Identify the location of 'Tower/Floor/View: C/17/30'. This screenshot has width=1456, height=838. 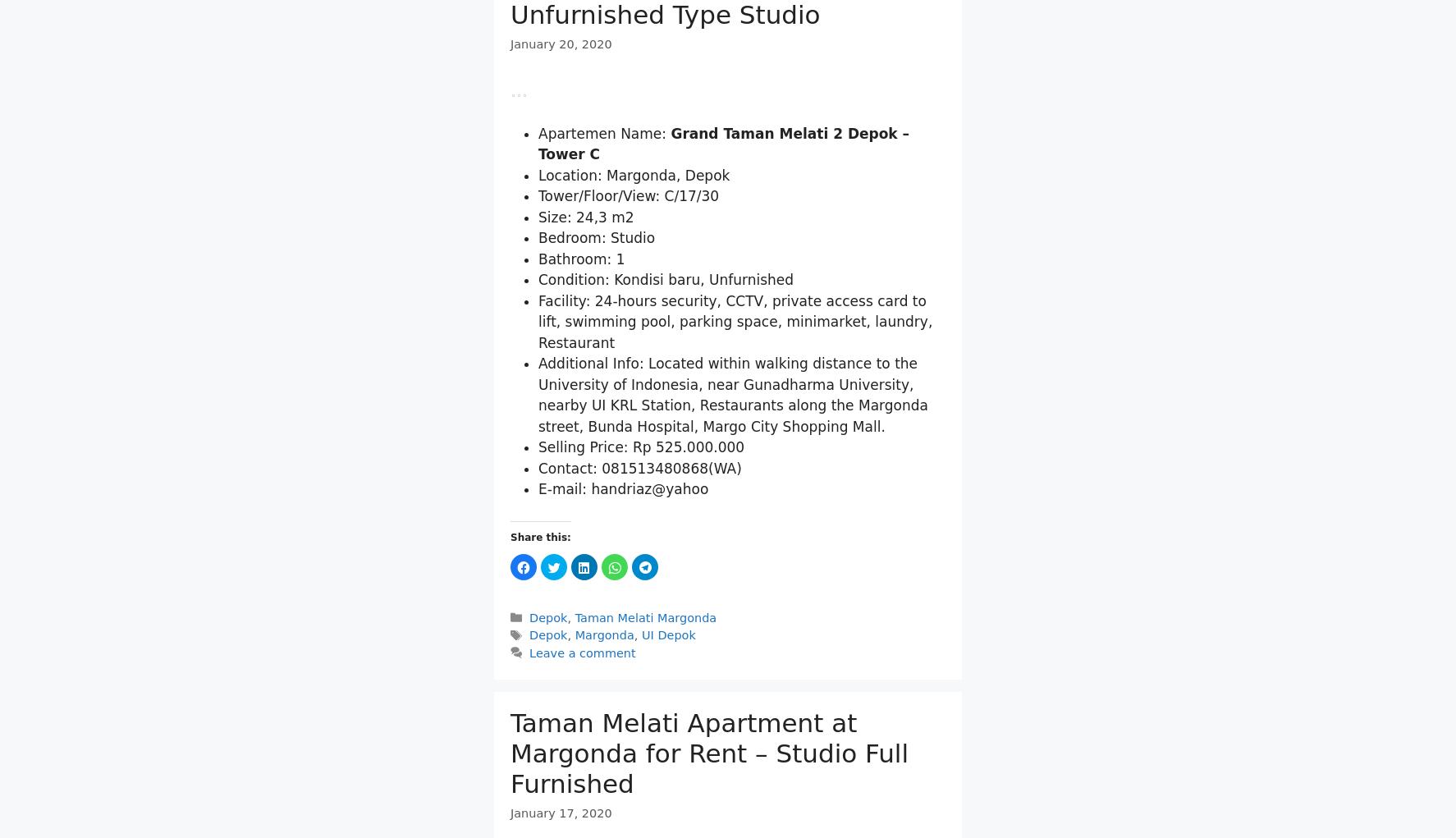
(538, 280).